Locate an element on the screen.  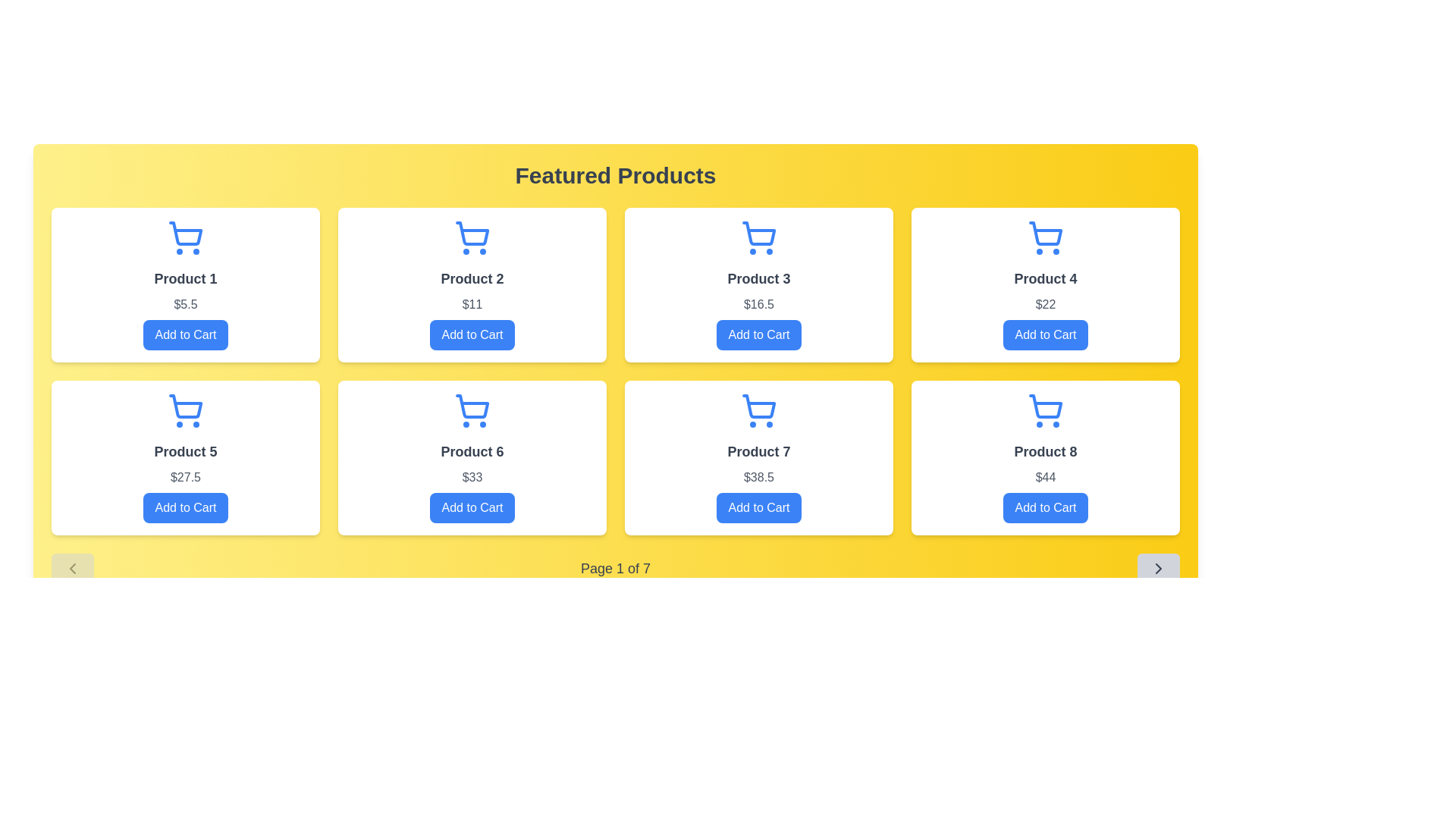
the Chevron Right icon located in the bottom-right corner of the interface is located at coordinates (1157, 568).